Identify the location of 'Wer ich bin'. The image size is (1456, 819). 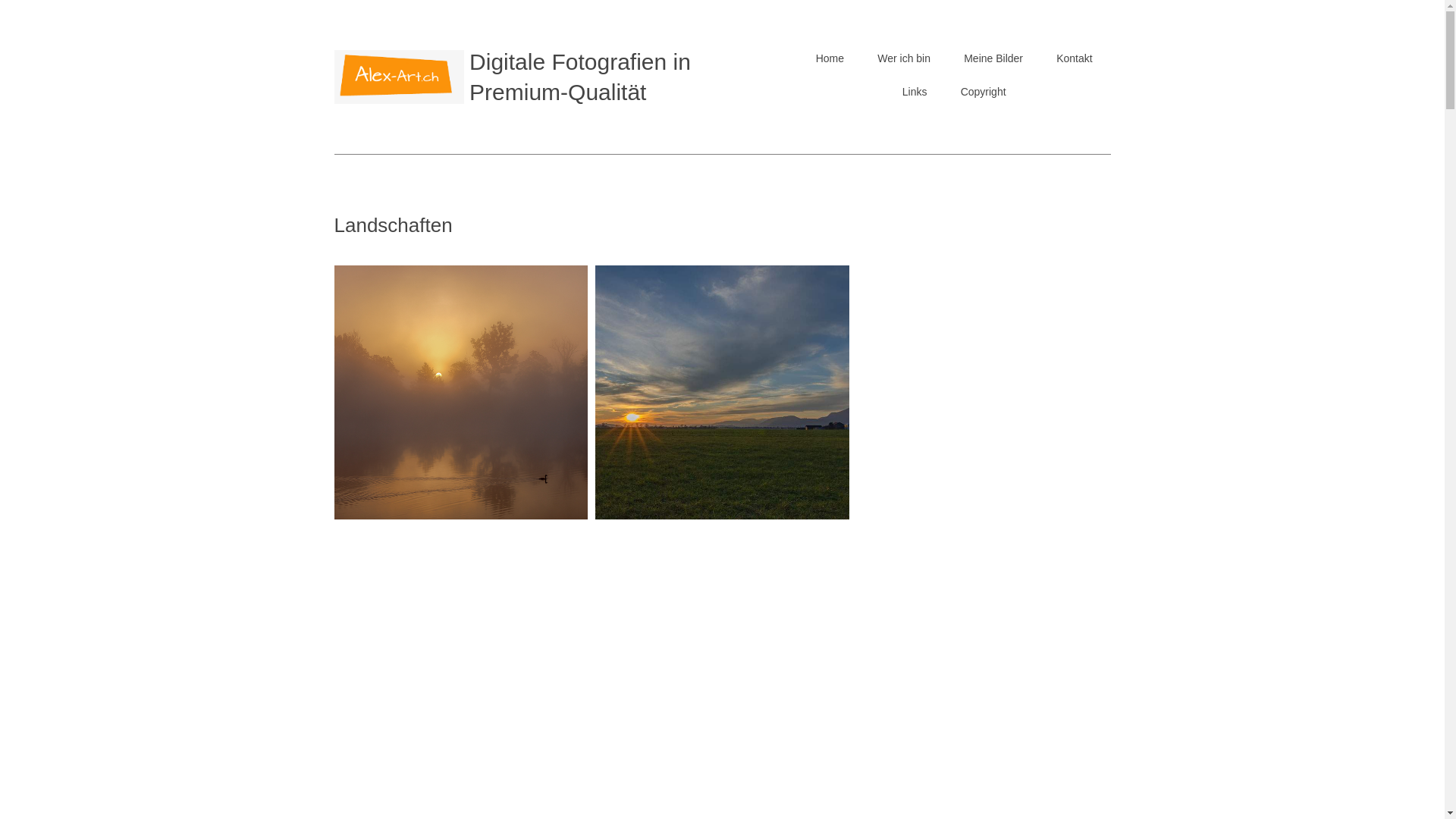
(903, 58).